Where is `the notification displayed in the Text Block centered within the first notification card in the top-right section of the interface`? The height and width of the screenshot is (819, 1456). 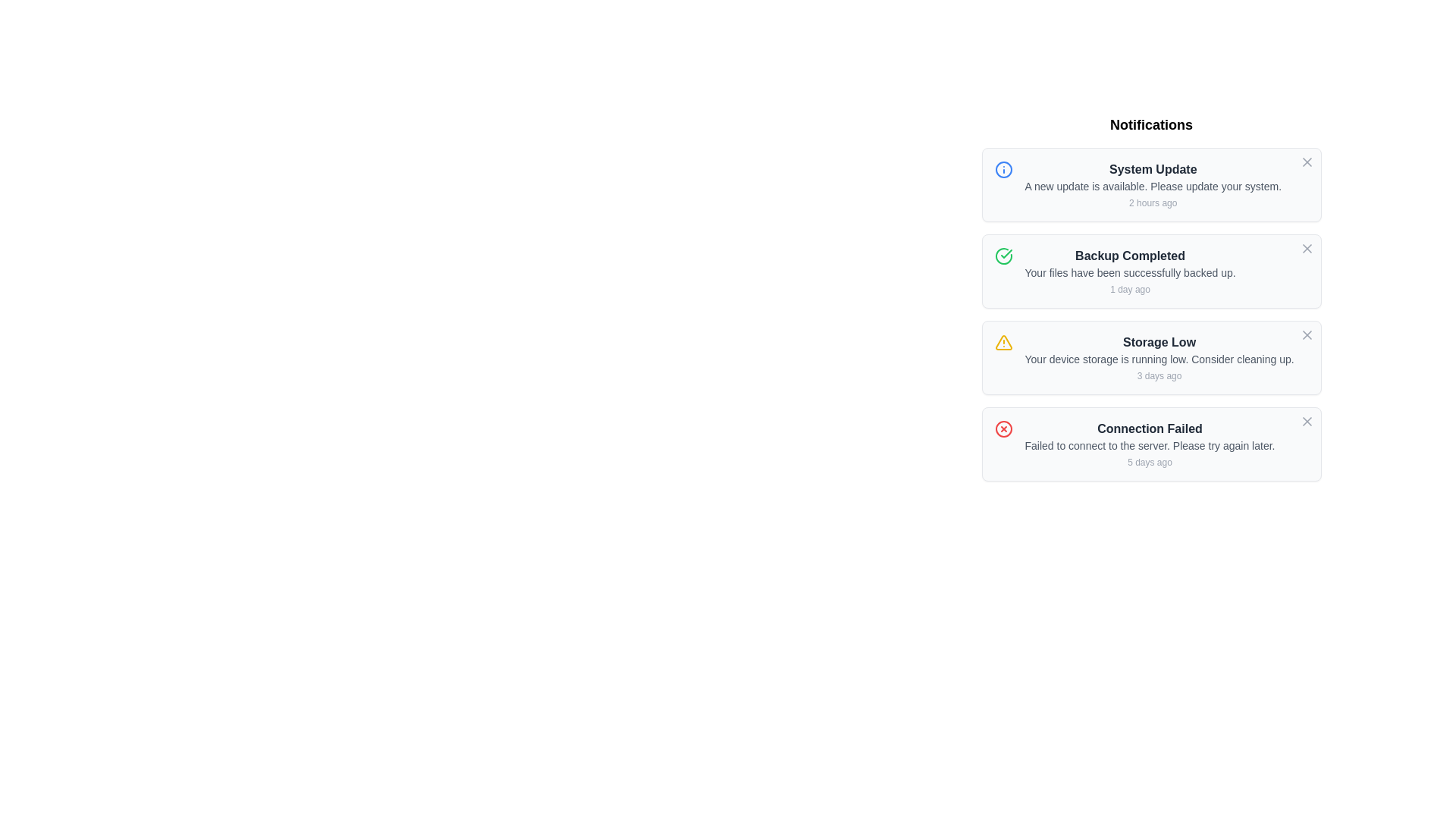
the notification displayed in the Text Block centered within the first notification card in the top-right section of the interface is located at coordinates (1153, 184).